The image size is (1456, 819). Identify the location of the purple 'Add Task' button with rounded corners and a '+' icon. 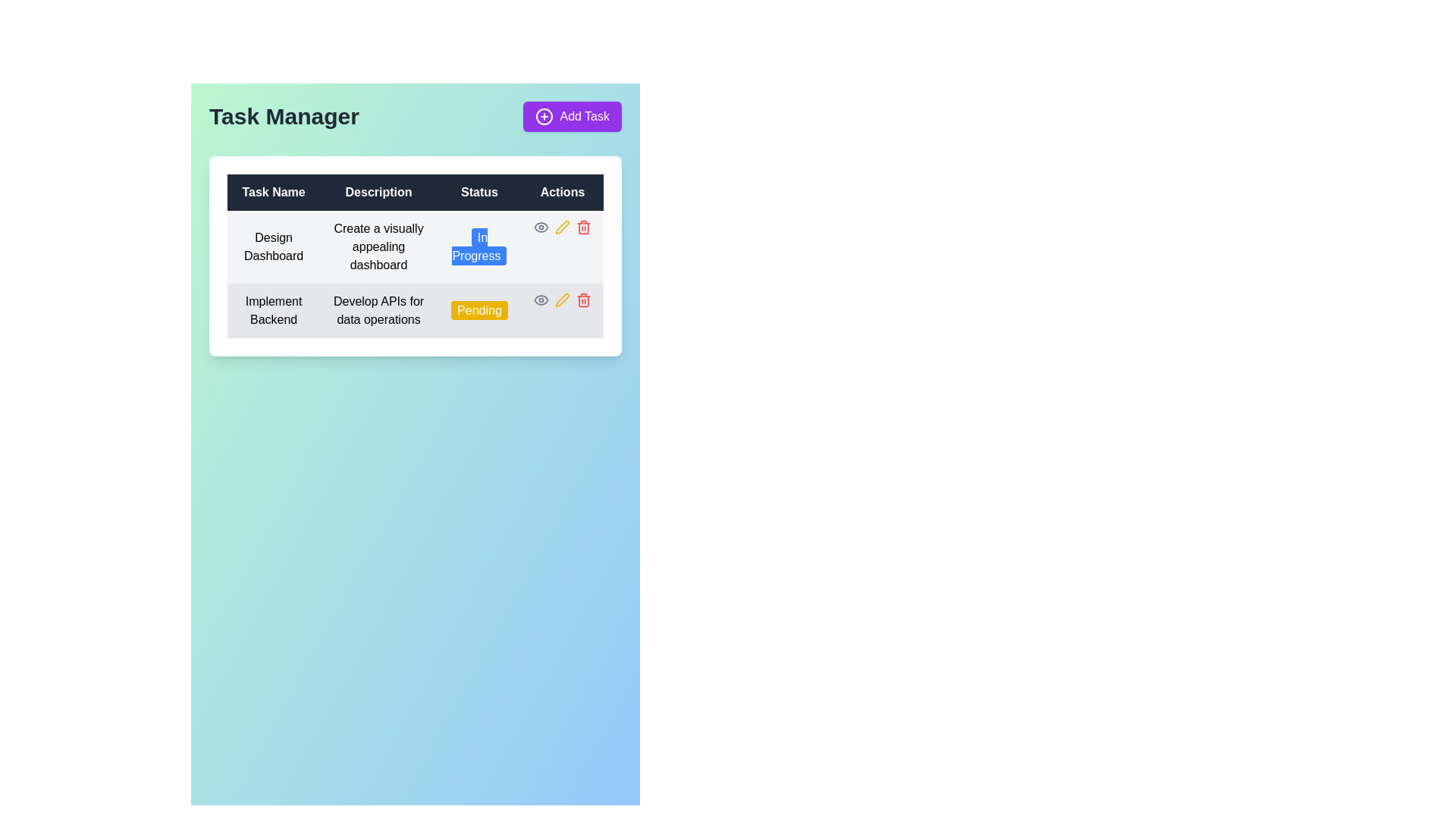
(572, 116).